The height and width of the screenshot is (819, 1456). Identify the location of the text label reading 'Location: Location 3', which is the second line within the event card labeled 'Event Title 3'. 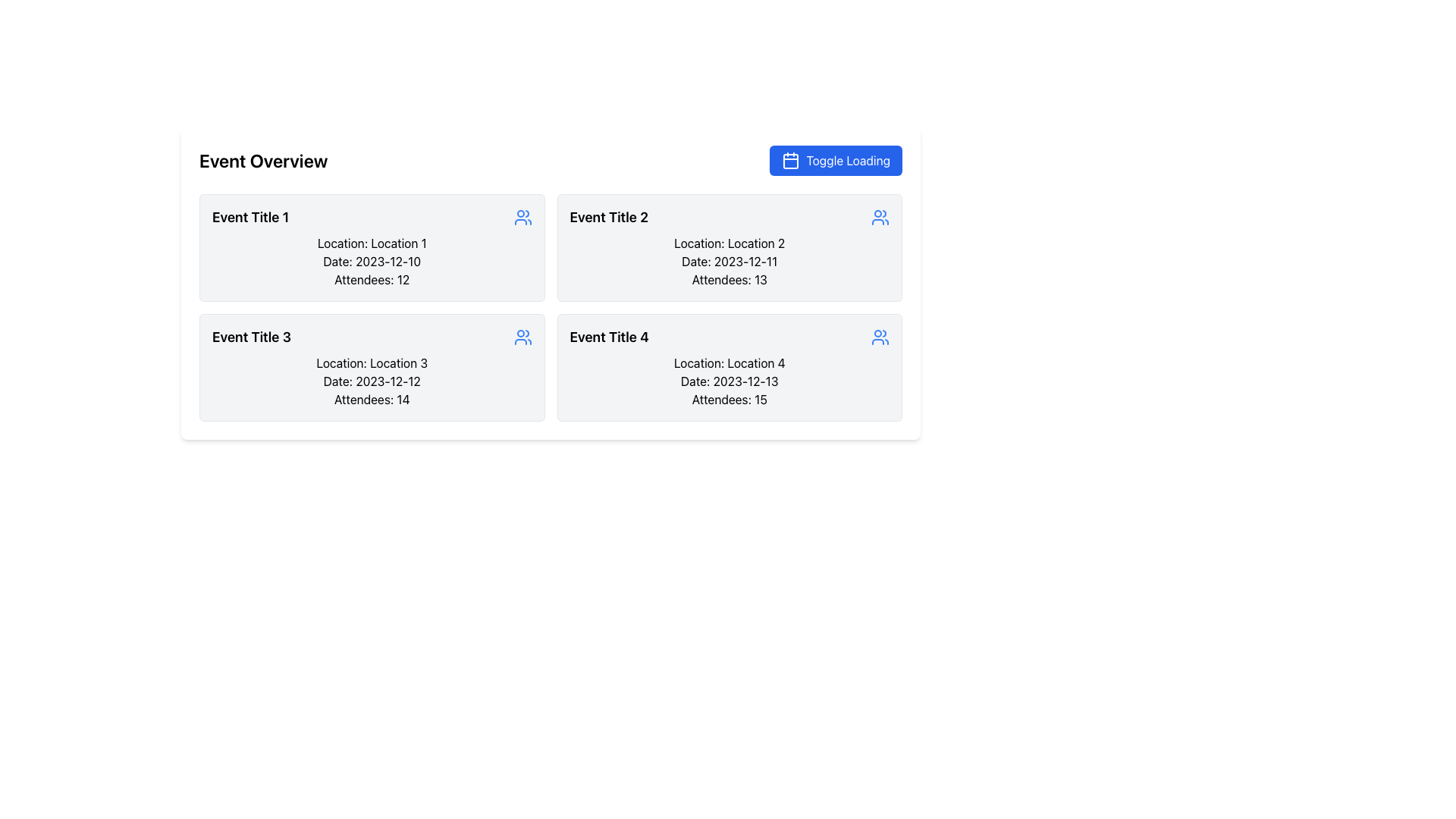
(372, 362).